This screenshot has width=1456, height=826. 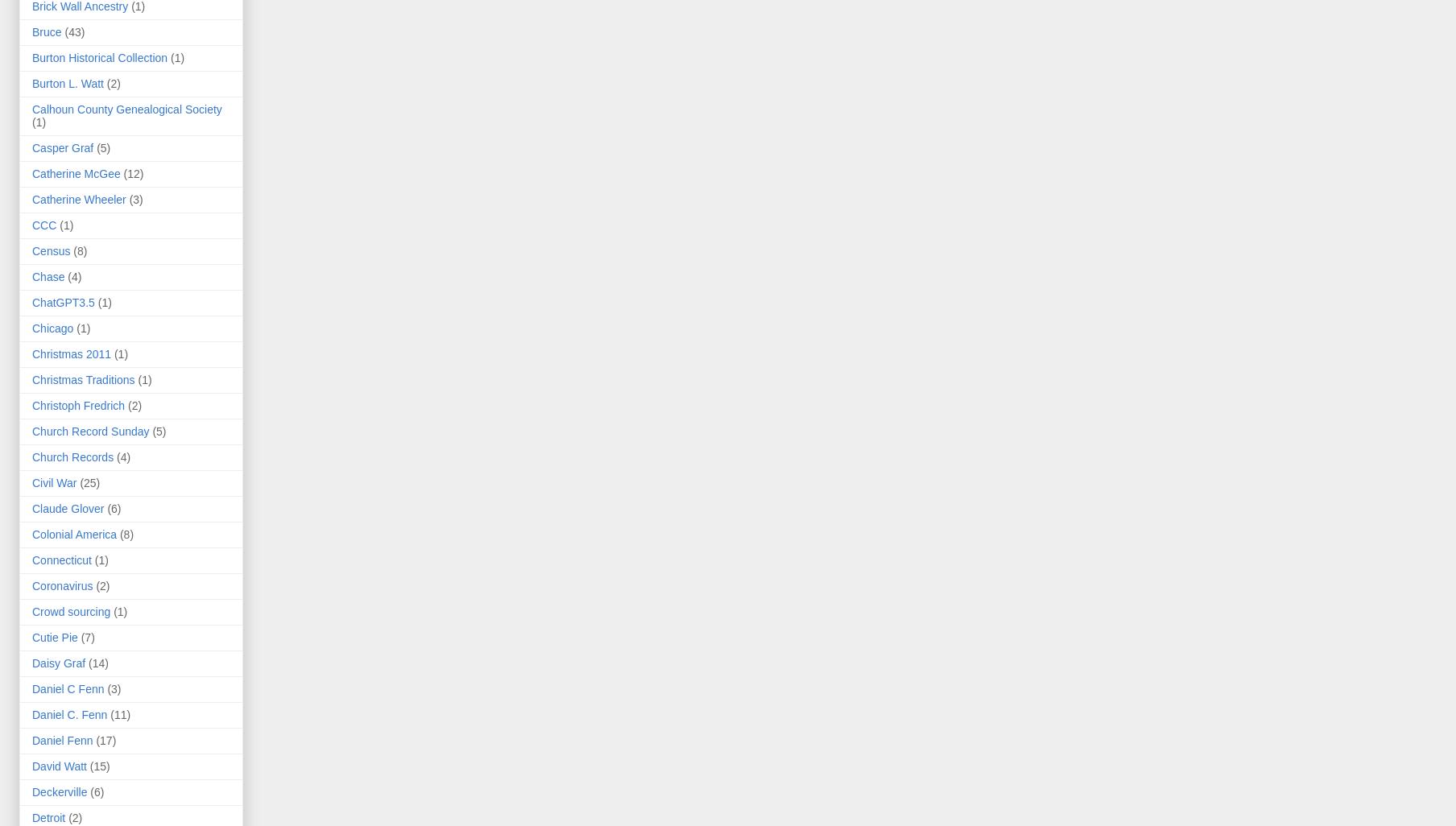 I want to click on 'Burton Historical Collection', so click(x=99, y=57).